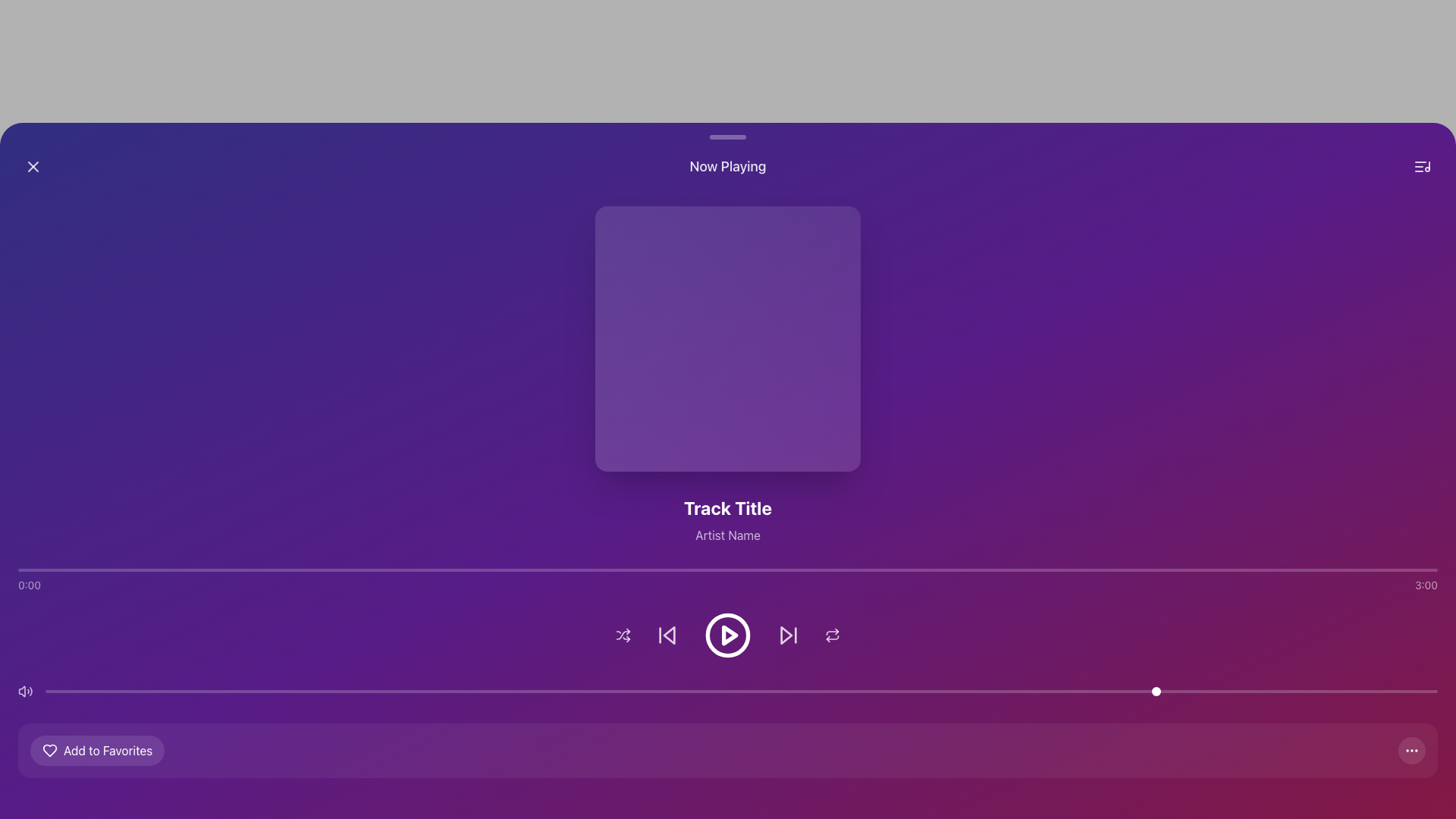 This screenshot has height=819, width=1456. I want to click on the curved line graphic icon that is part of the media control options in the control bar, positioned to the right of the play button, so click(832, 632).